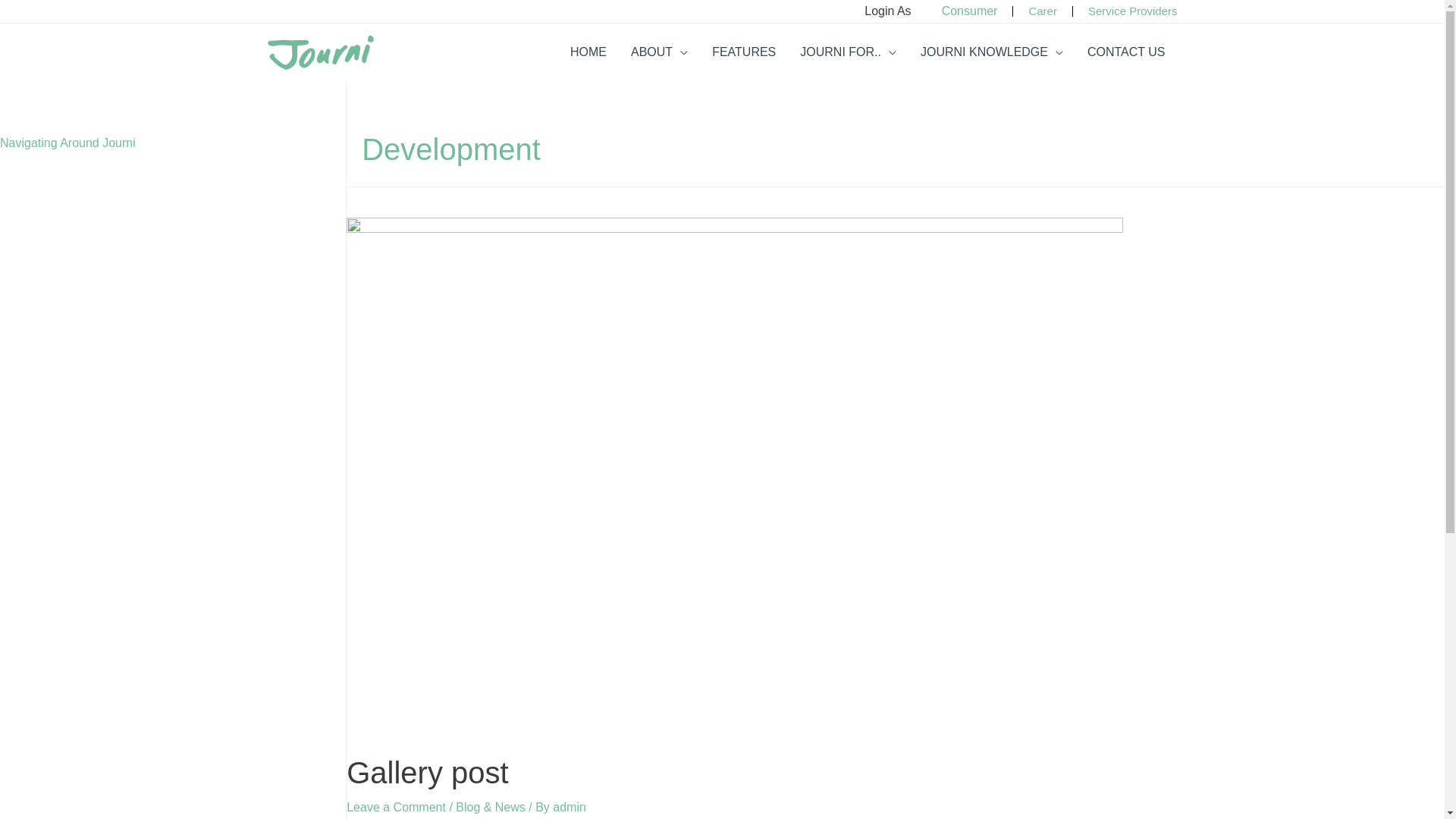  I want to click on 'FEATURES', so click(743, 52).